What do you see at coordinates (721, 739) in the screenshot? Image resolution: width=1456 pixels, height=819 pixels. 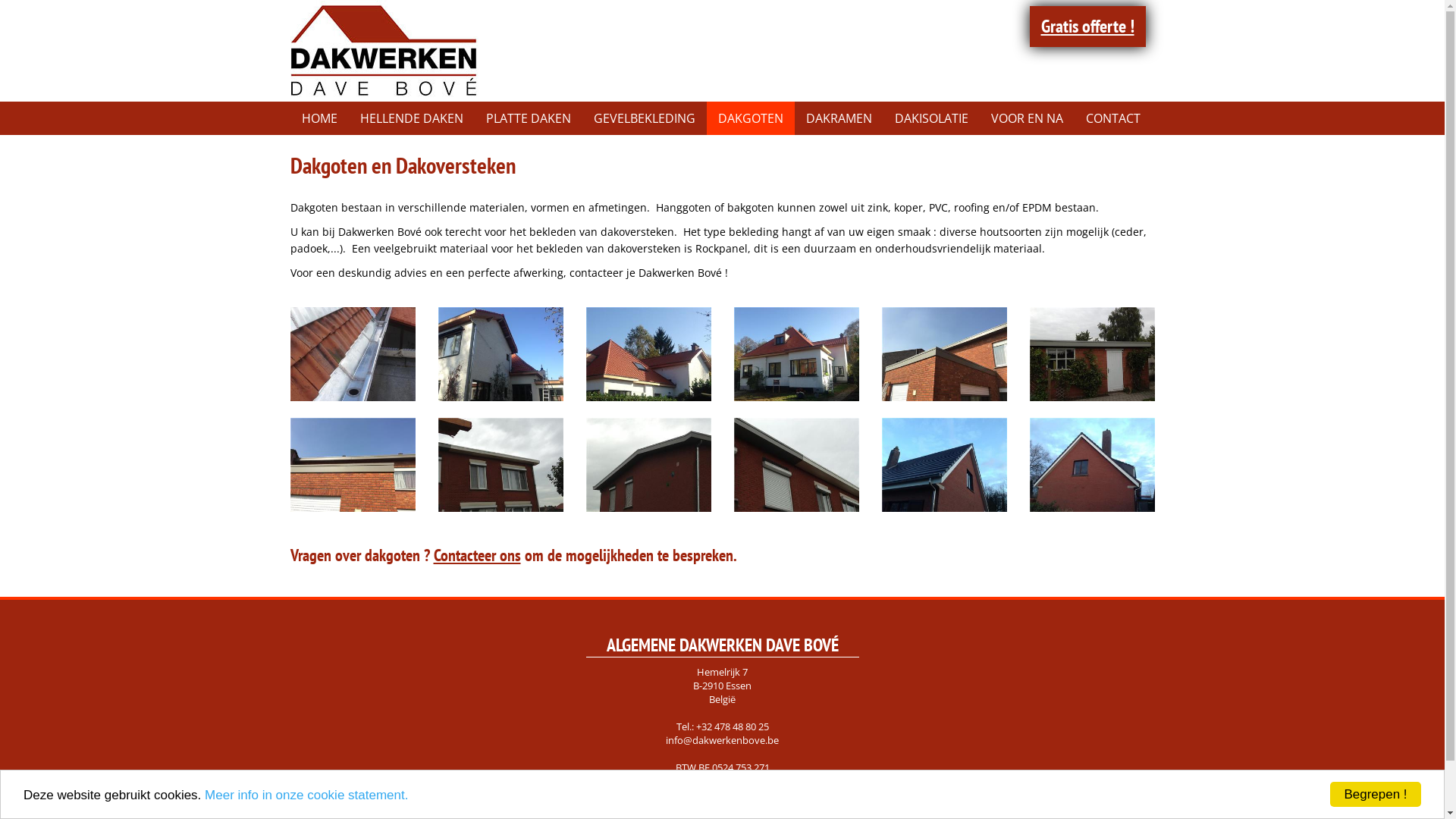 I see `'info@dakwerkenbove.be'` at bounding box center [721, 739].